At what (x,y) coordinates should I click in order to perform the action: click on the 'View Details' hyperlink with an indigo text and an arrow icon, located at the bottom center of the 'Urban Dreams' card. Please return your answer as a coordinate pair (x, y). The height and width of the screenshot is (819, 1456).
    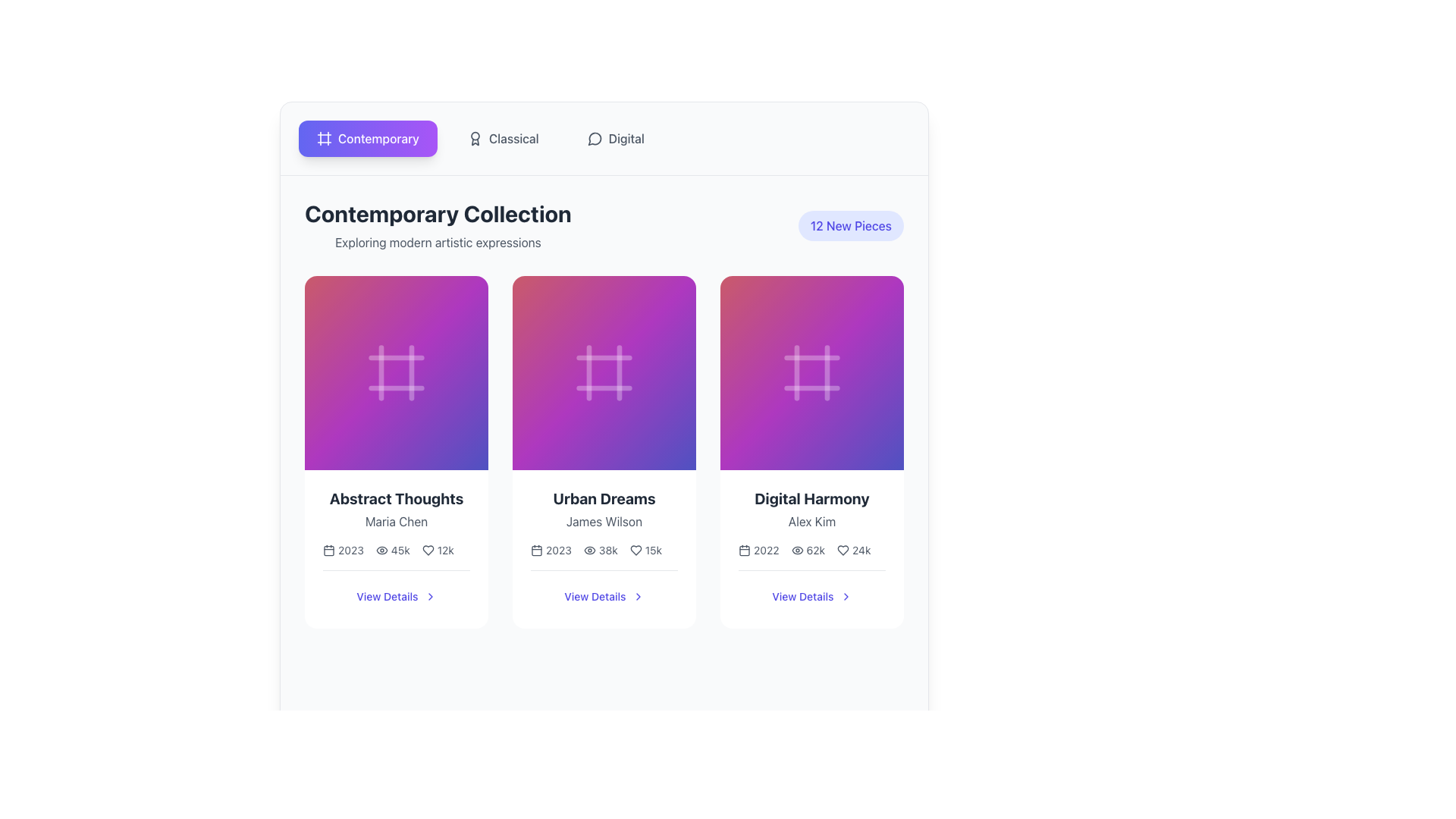
    Looking at the image, I should click on (603, 595).